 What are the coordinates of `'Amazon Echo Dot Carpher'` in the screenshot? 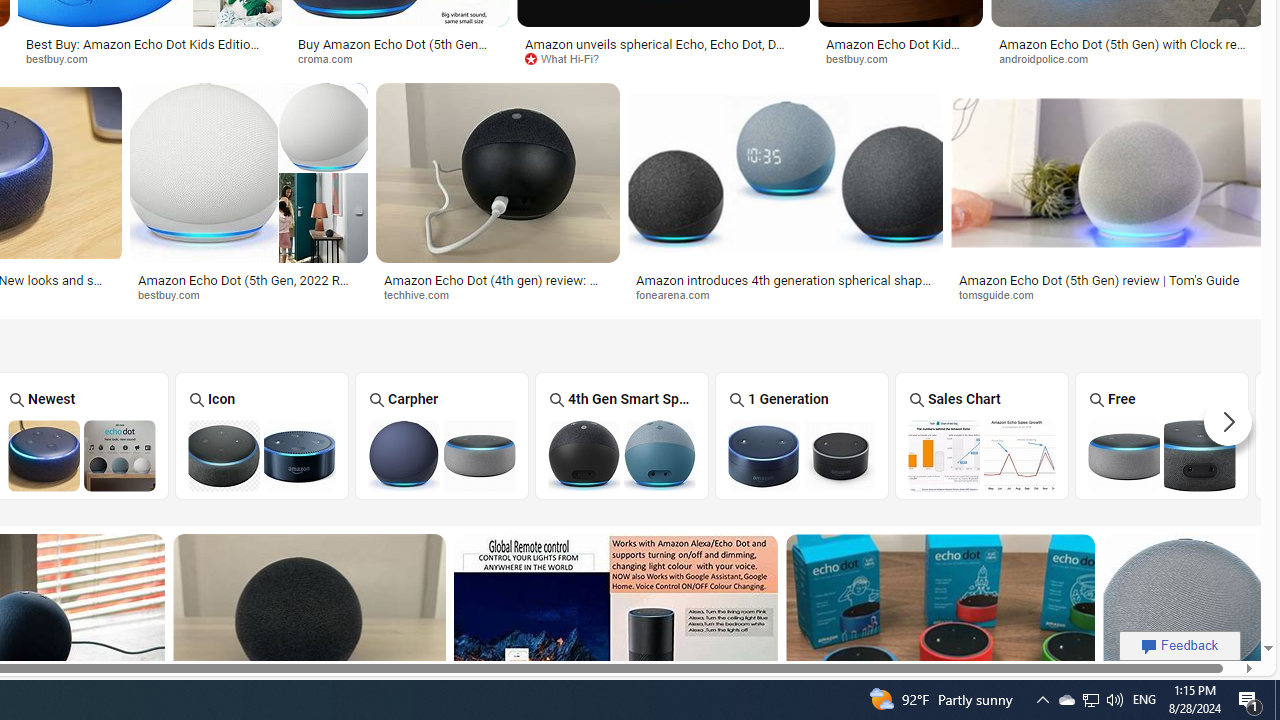 It's located at (440, 455).